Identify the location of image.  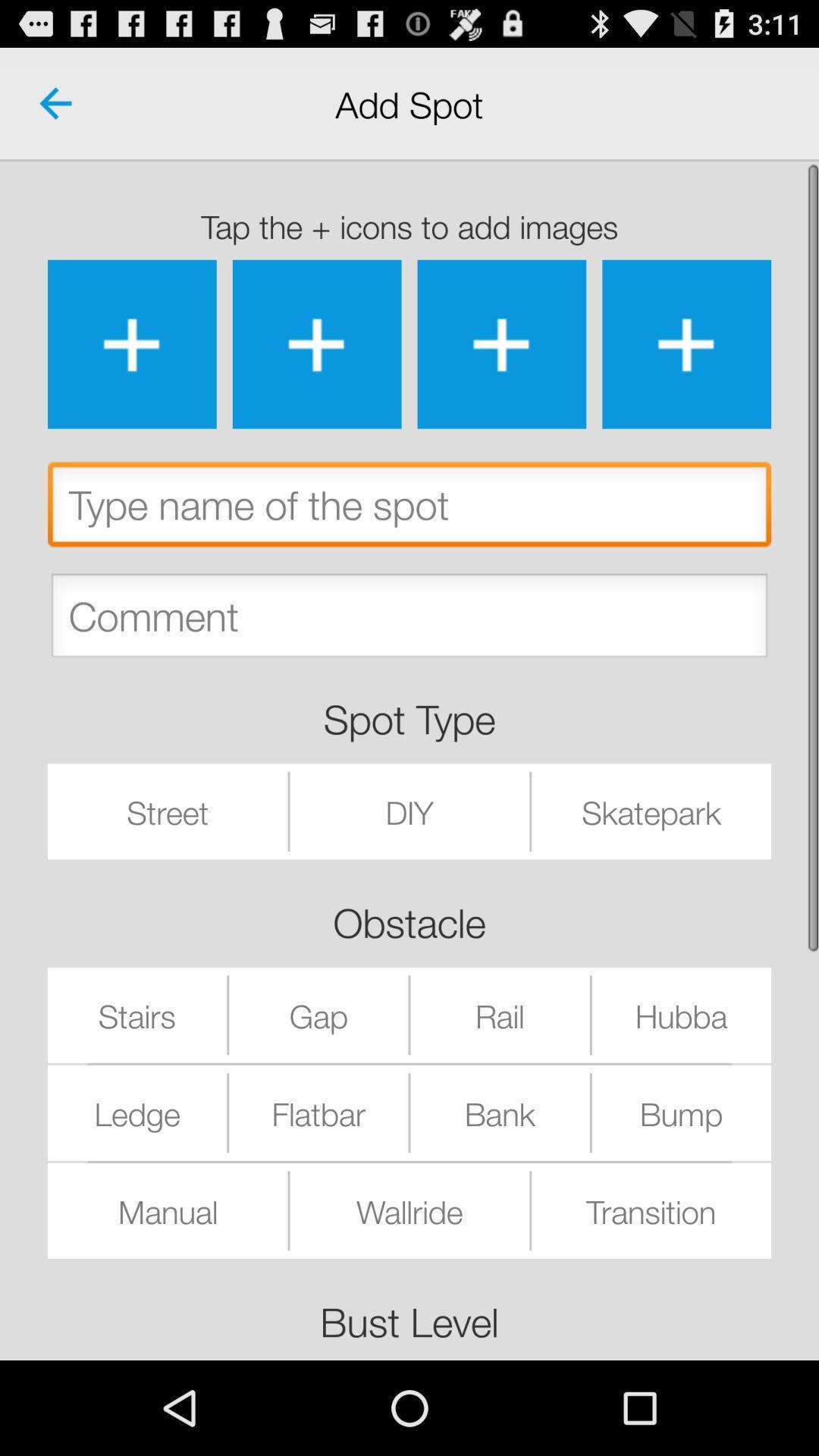
(131, 344).